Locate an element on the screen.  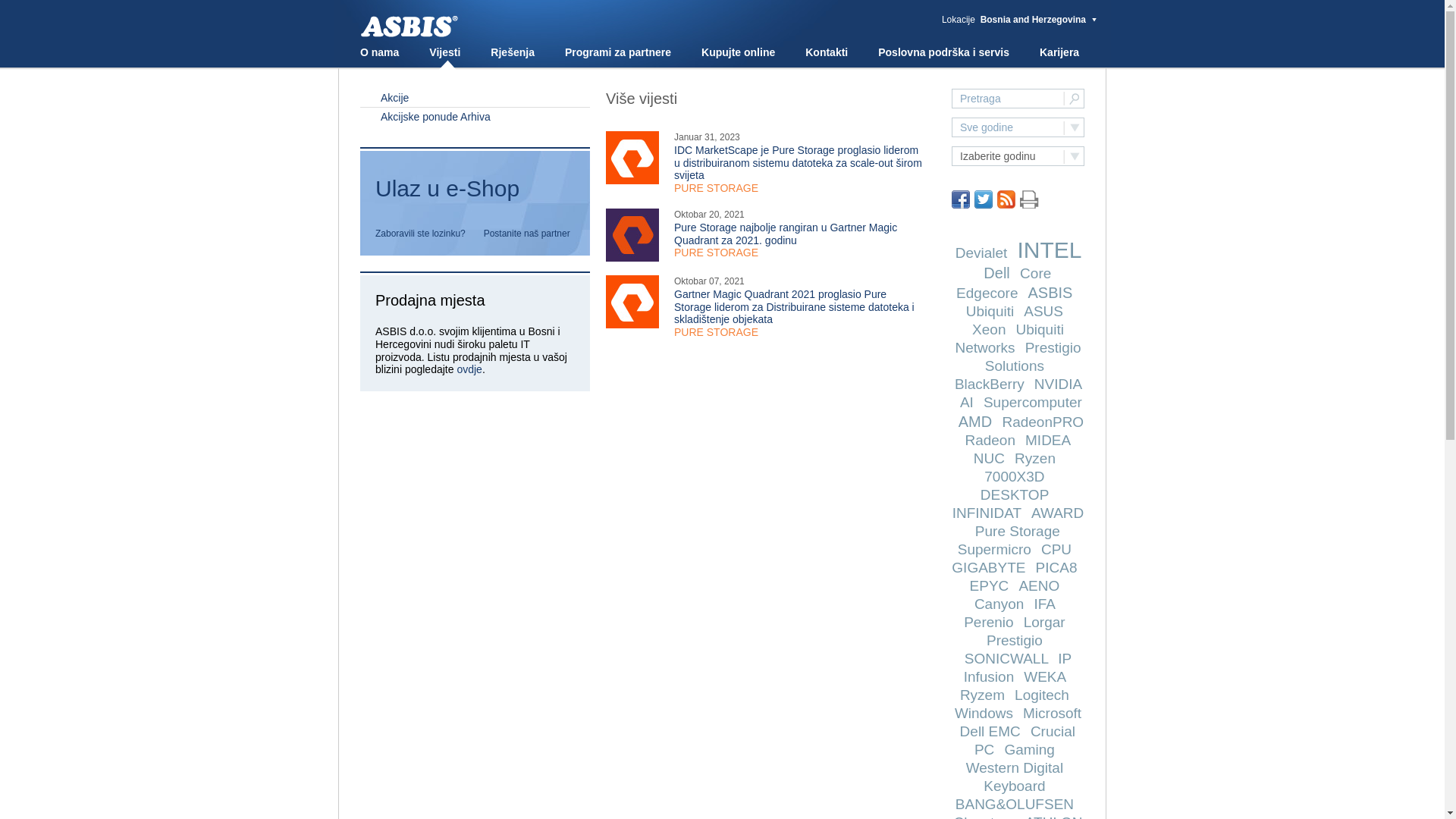
'Vijesti' is located at coordinates (444, 52).